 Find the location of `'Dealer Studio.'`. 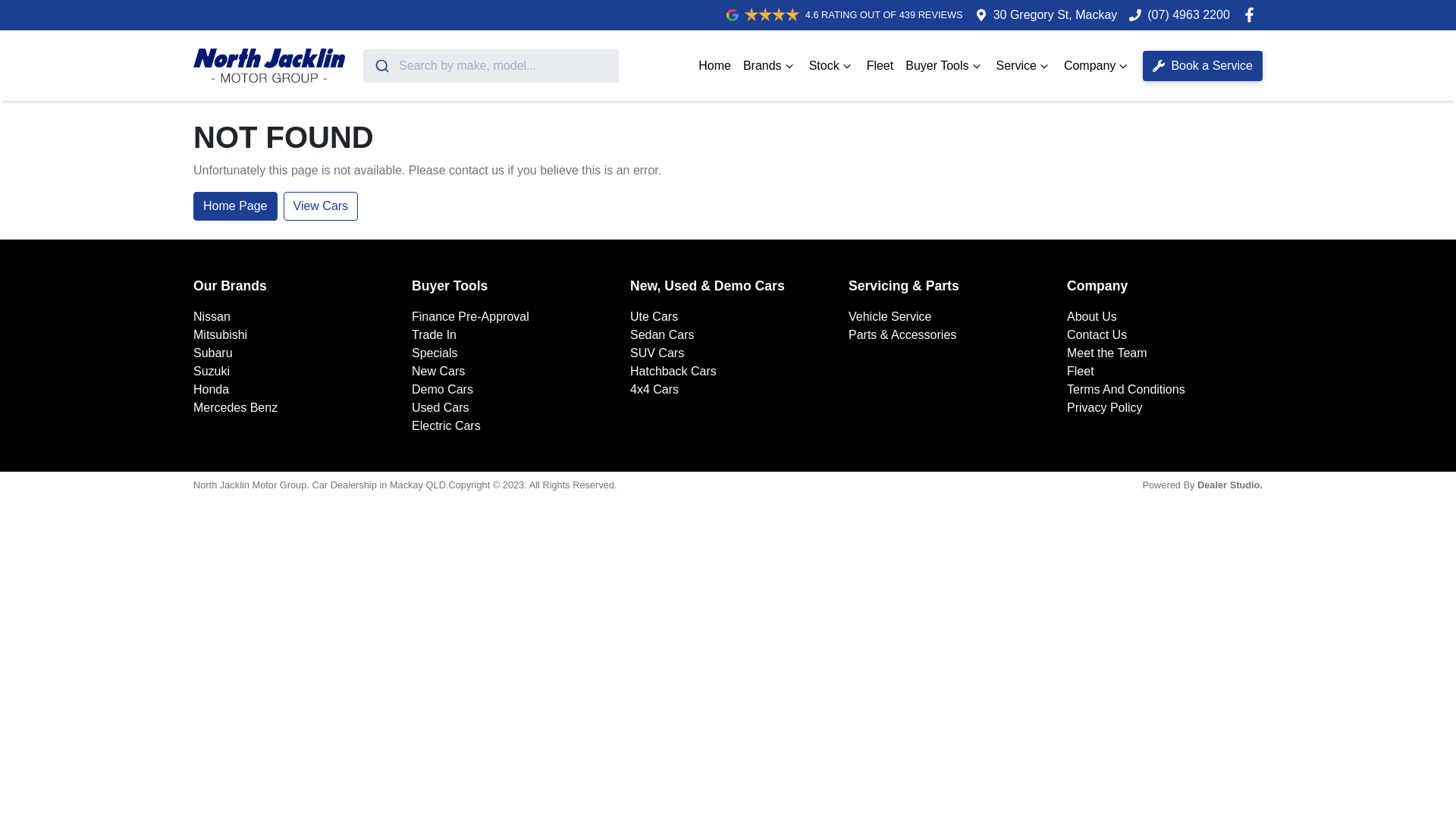

'Dealer Studio.' is located at coordinates (1197, 485).